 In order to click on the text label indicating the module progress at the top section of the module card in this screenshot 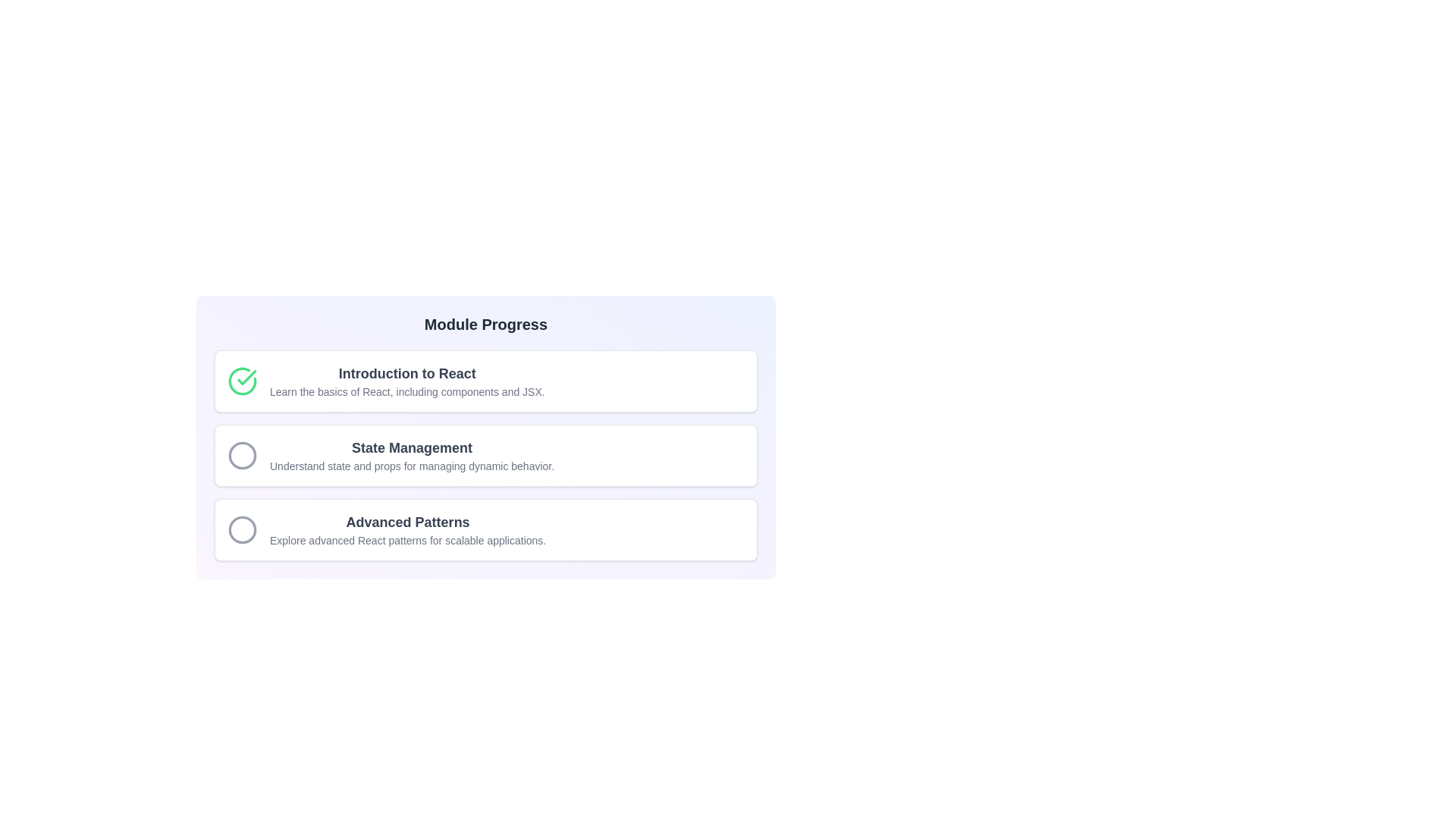, I will do `click(486, 324)`.